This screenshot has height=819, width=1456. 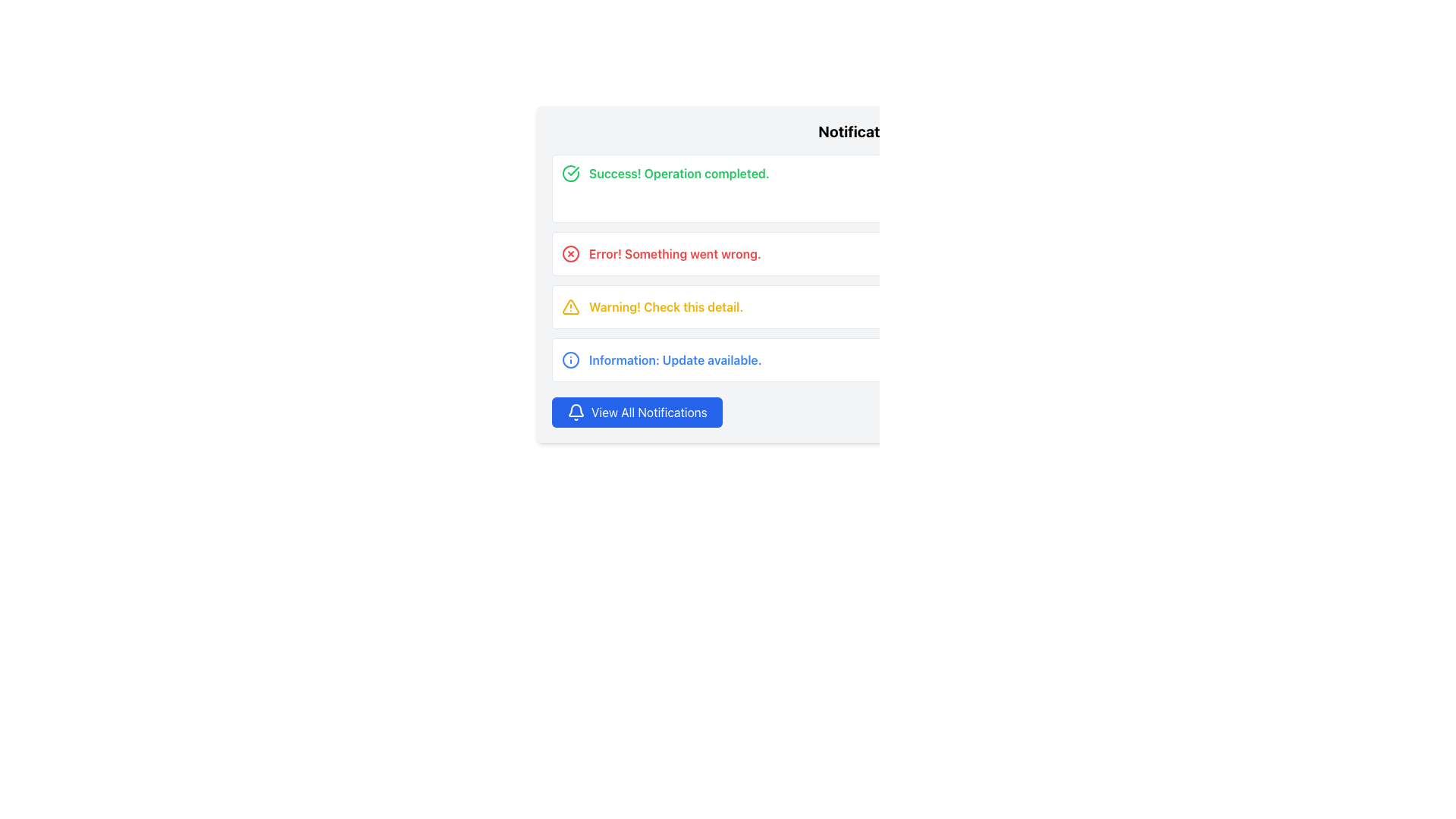 What do you see at coordinates (678, 172) in the screenshot?
I see `the green-colored text that reads 'Success! Operation completed.' in the topmost notification panel, located to the right of a green checkmark icon` at bounding box center [678, 172].